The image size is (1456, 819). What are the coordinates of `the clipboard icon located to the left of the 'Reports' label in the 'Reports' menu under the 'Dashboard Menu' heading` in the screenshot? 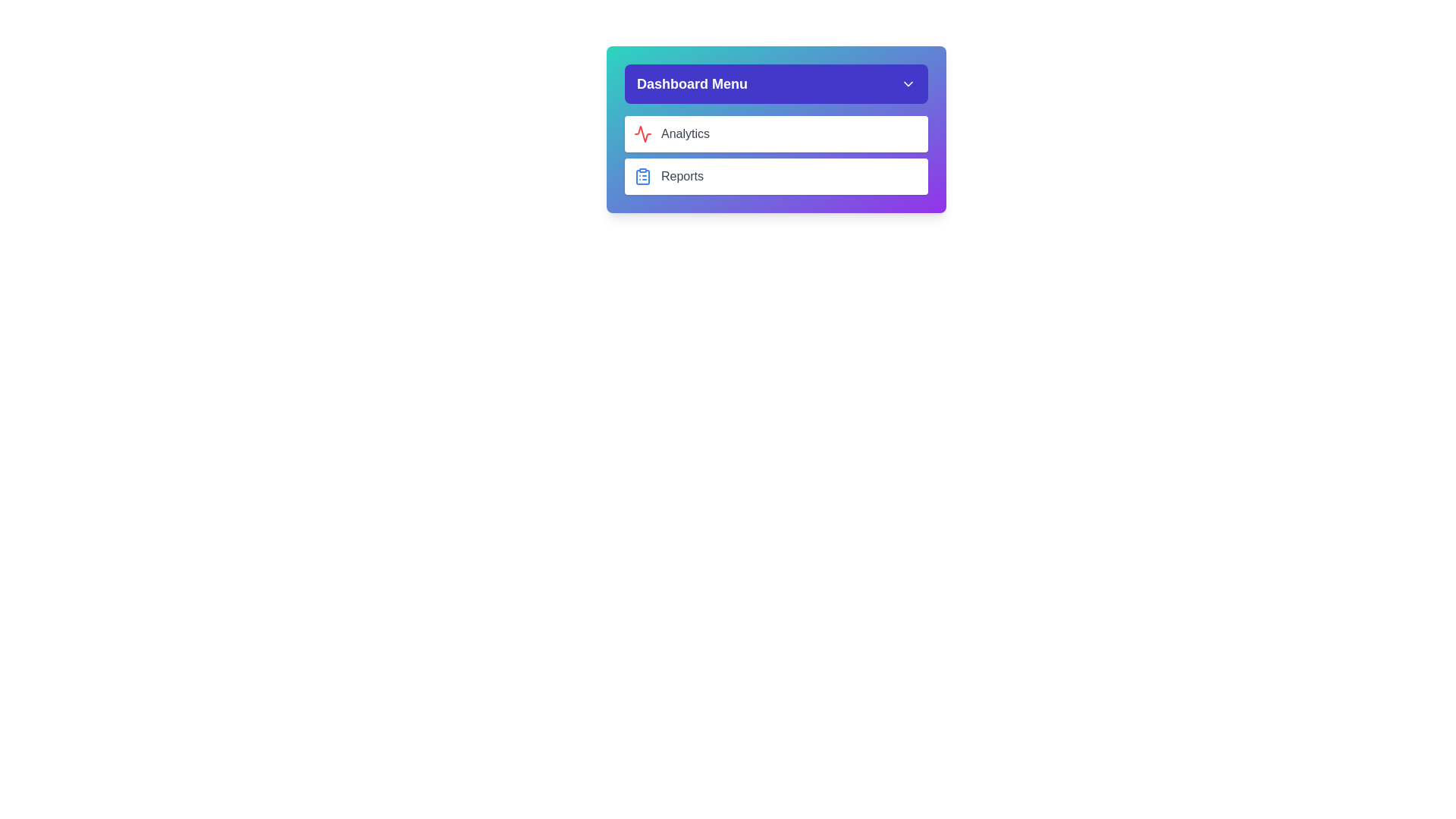 It's located at (643, 177).